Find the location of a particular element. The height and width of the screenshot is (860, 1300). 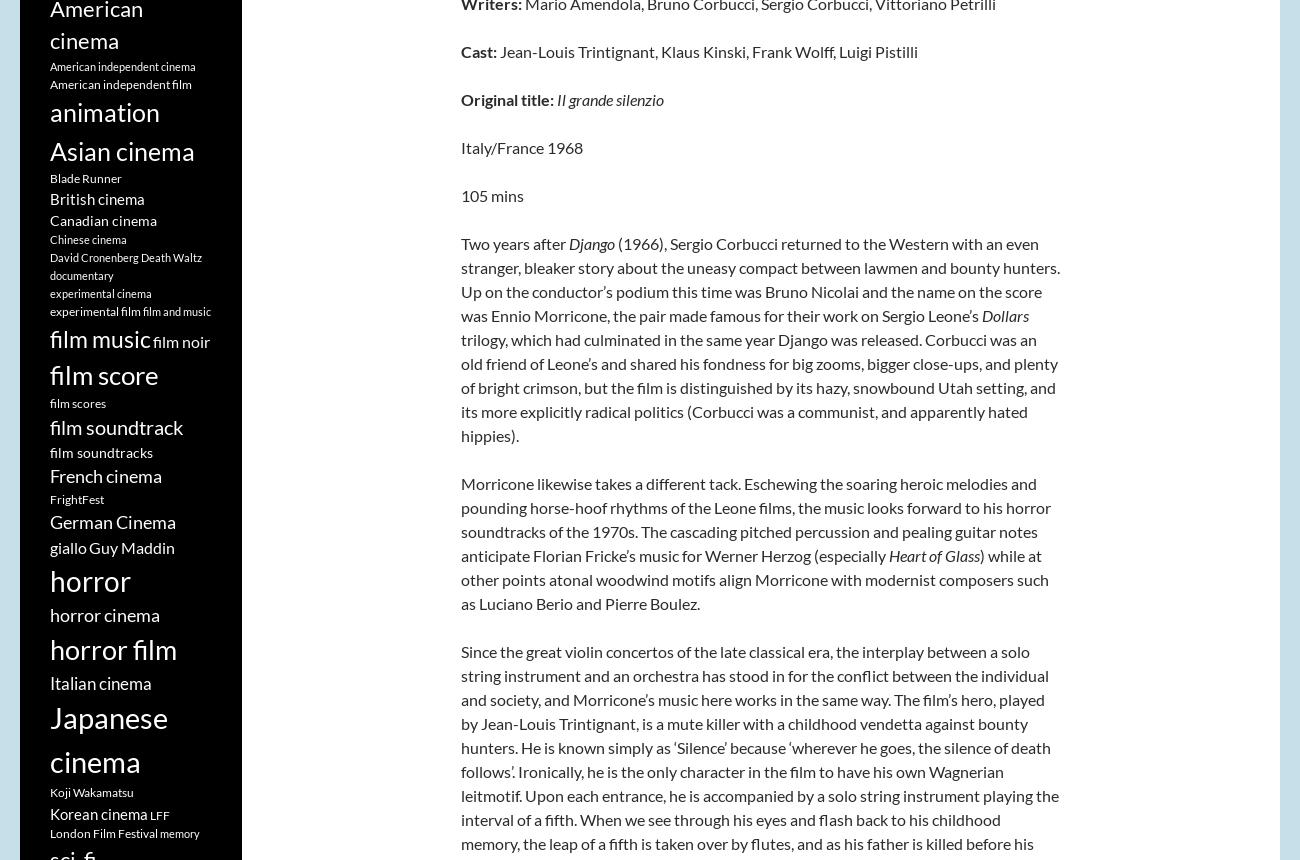

'film music' is located at coordinates (100, 337).